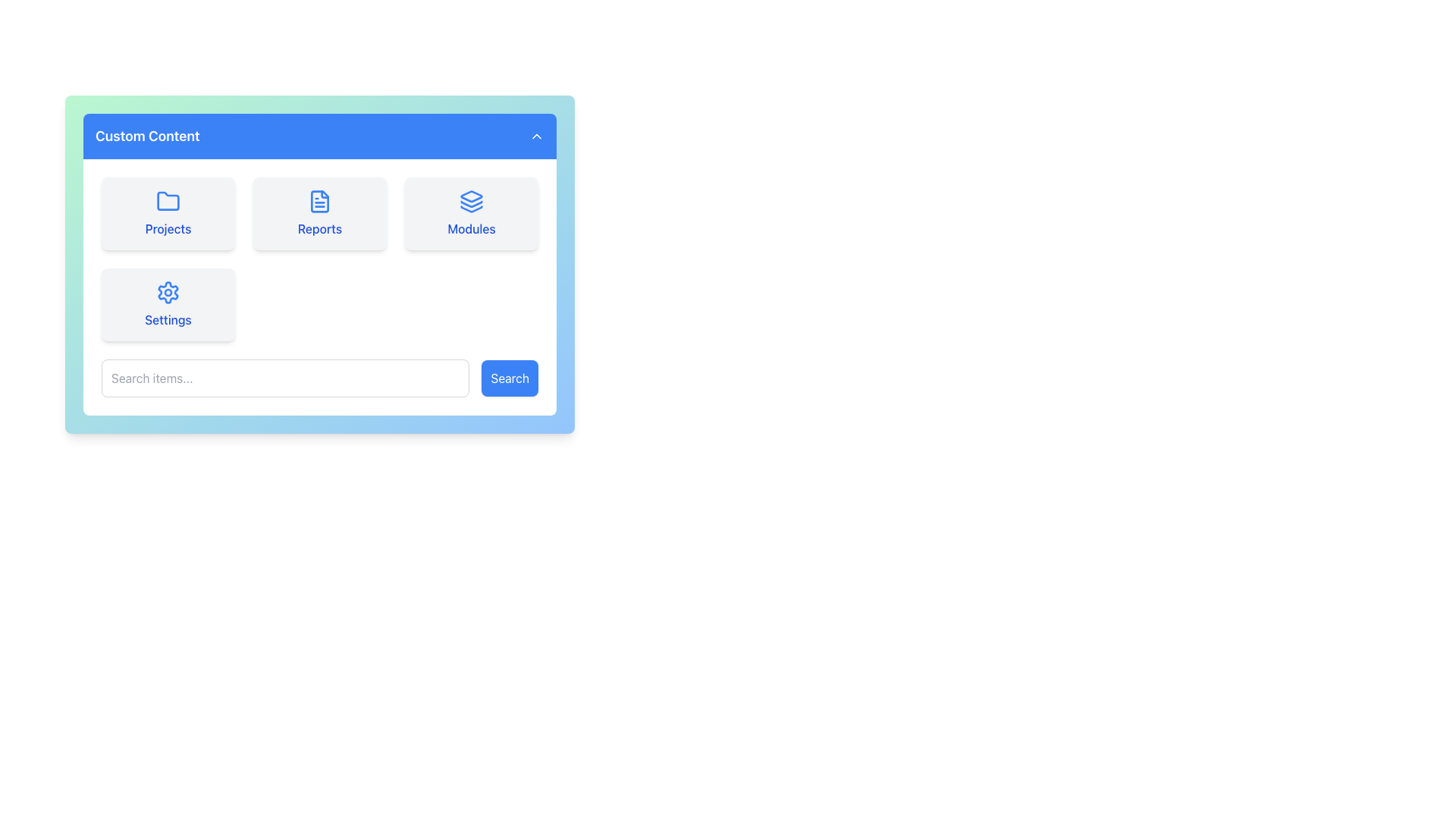 The width and height of the screenshot is (1456, 819). Describe the element at coordinates (147, 136) in the screenshot. I see `the text label that serves as a title or heading for the section, located in the upper left portion of the horizontal header` at that location.